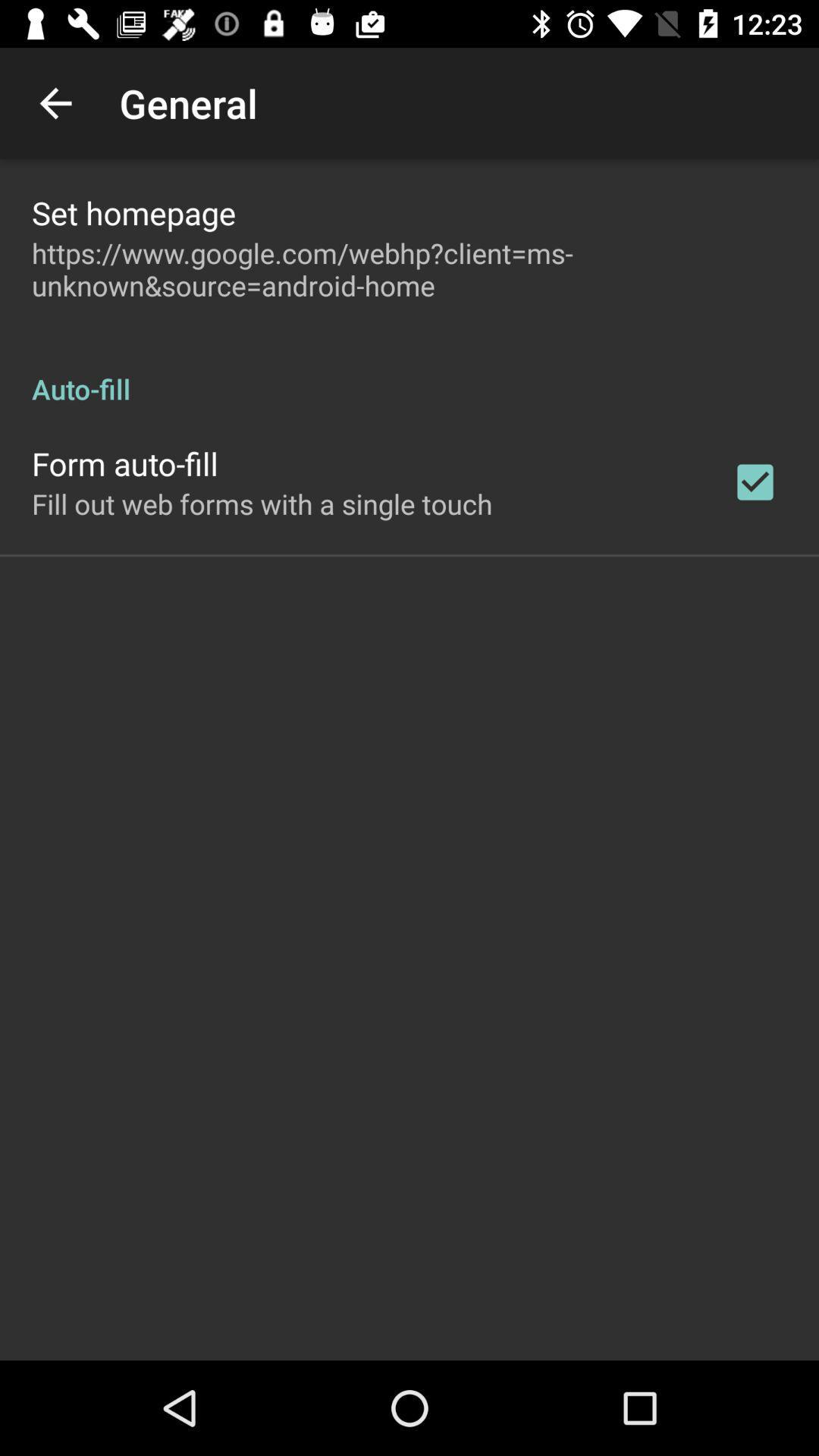  I want to click on app next to the fill out web item, so click(755, 481).